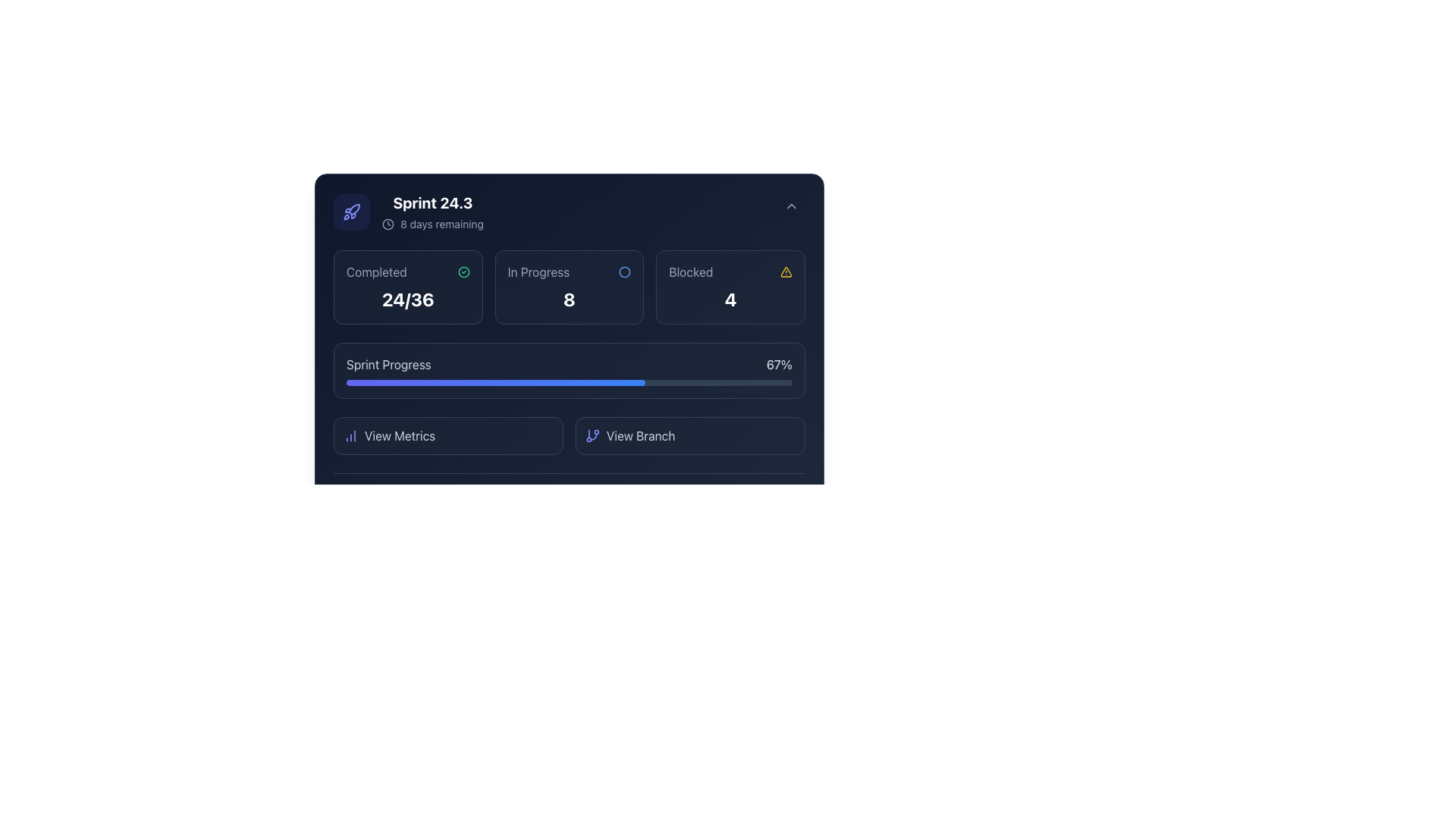 Image resolution: width=1456 pixels, height=819 pixels. Describe the element at coordinates (568, 287) in the screenshot. I see `the Status Card, which indicates the count of items 'In Progress' and is located between the 'Completed' and 'Blocked' sections in the middle column of a three-column layout` at that location.